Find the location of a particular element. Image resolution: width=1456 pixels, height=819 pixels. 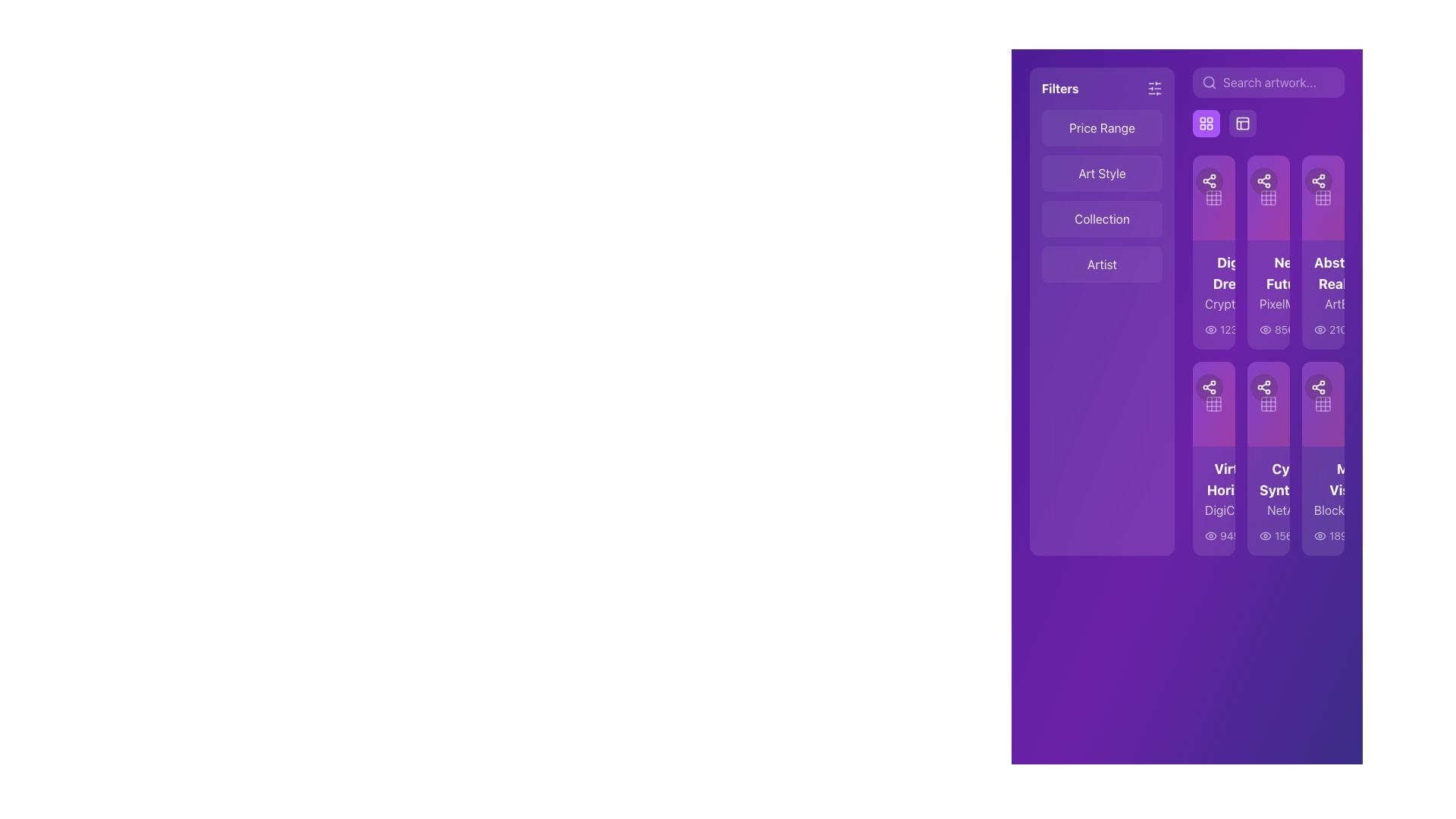

the numeric indicator displaying a view count, located in the middle-right section of the interface, adjacent to the eye icon is located at coordinates (1284, 329).